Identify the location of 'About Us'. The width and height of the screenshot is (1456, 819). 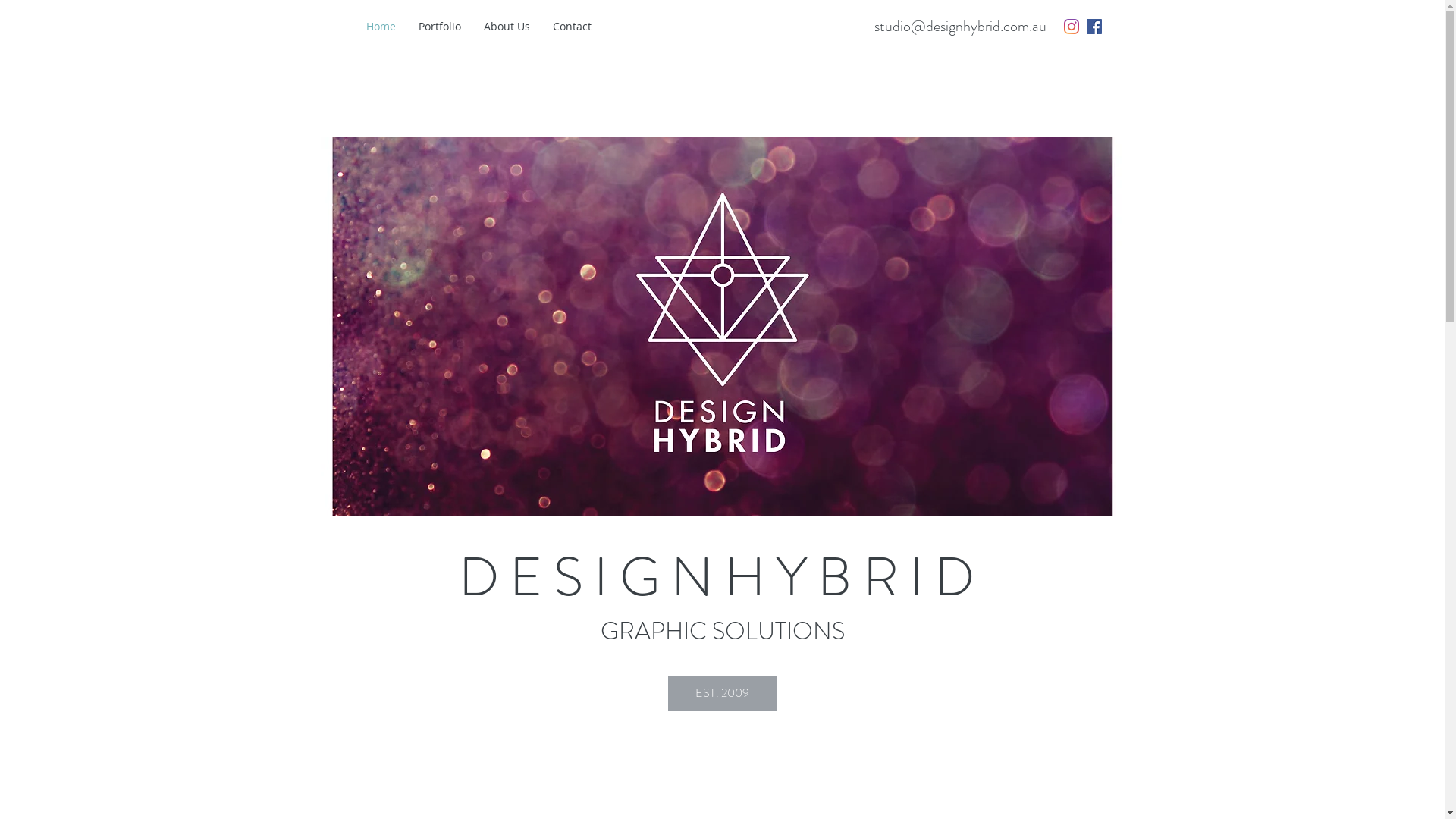
(471, 26).